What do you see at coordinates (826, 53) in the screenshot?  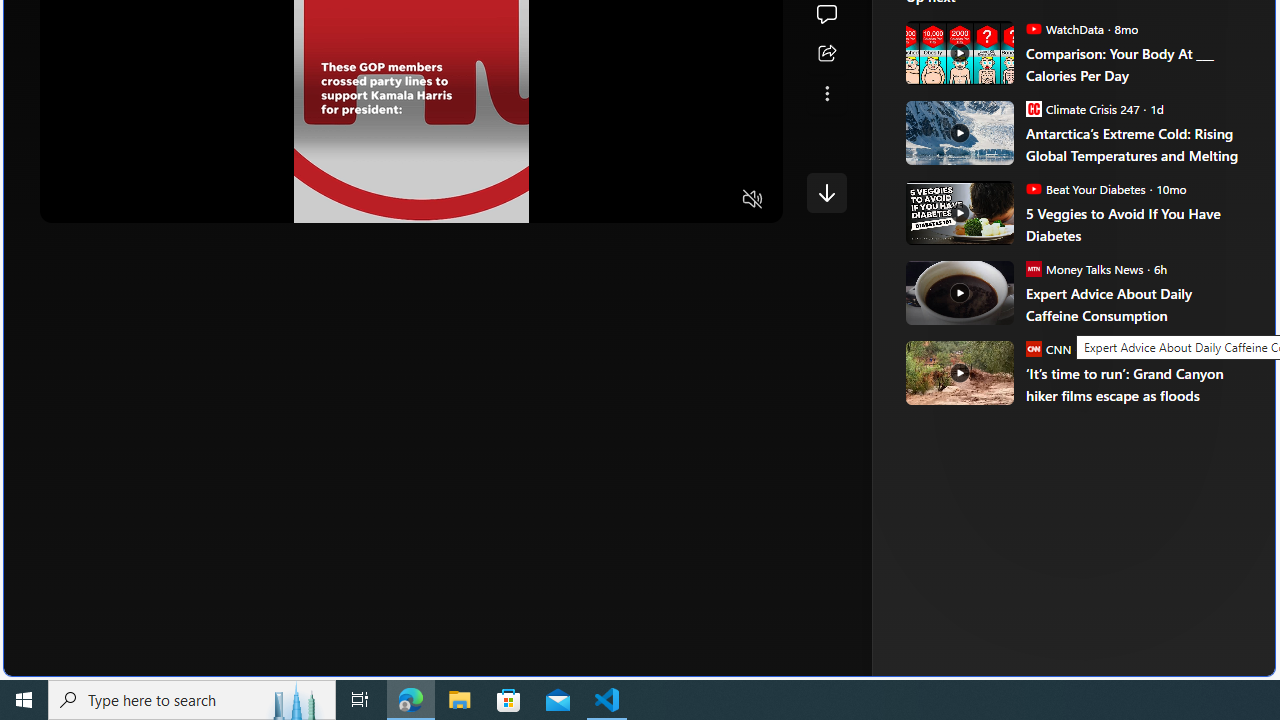 I see `'Share this story'` at bounding box center [826, 53].